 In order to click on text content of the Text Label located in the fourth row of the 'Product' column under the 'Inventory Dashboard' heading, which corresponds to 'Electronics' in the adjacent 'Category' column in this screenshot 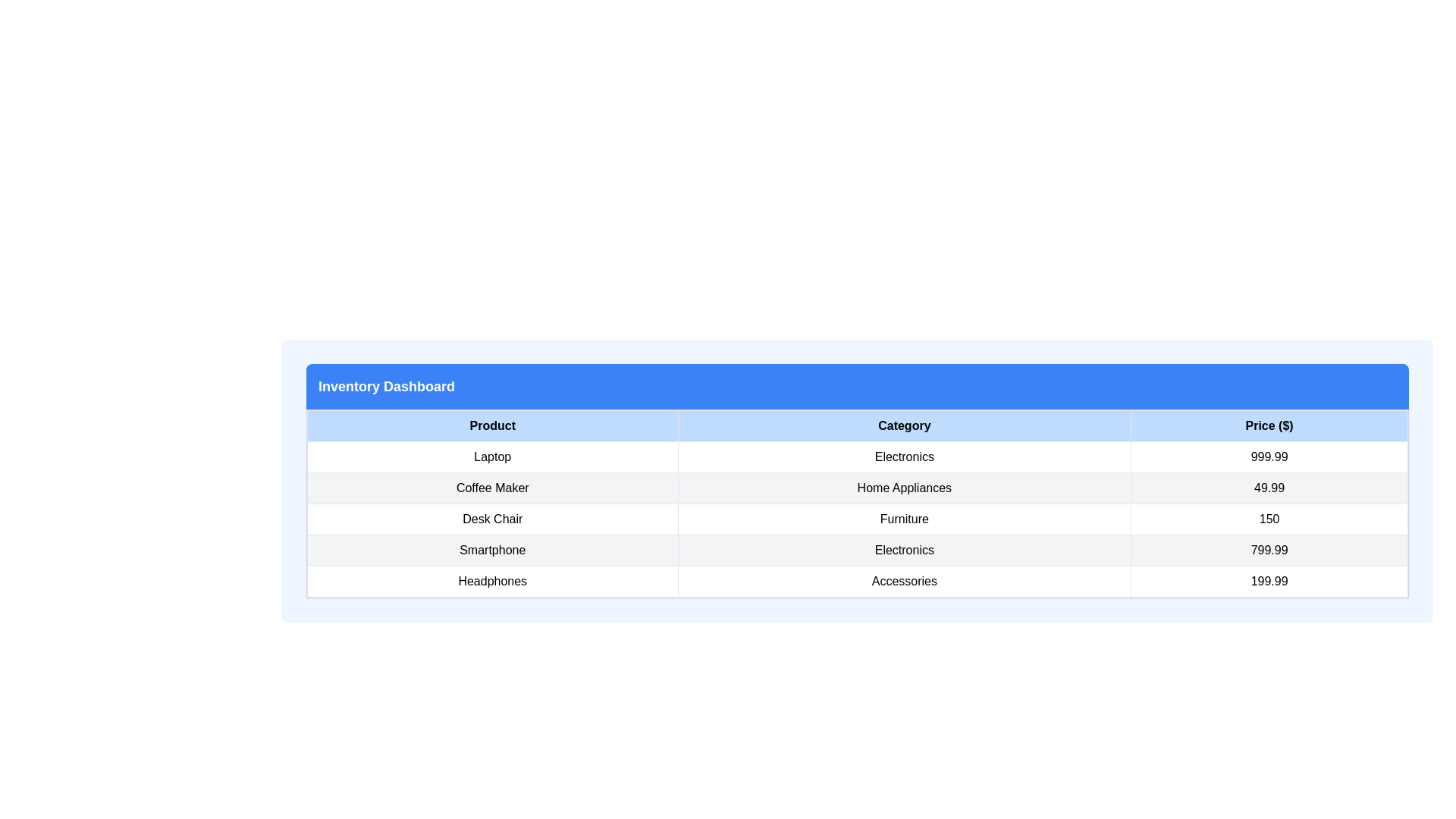, I will do `click(492, 550)`.